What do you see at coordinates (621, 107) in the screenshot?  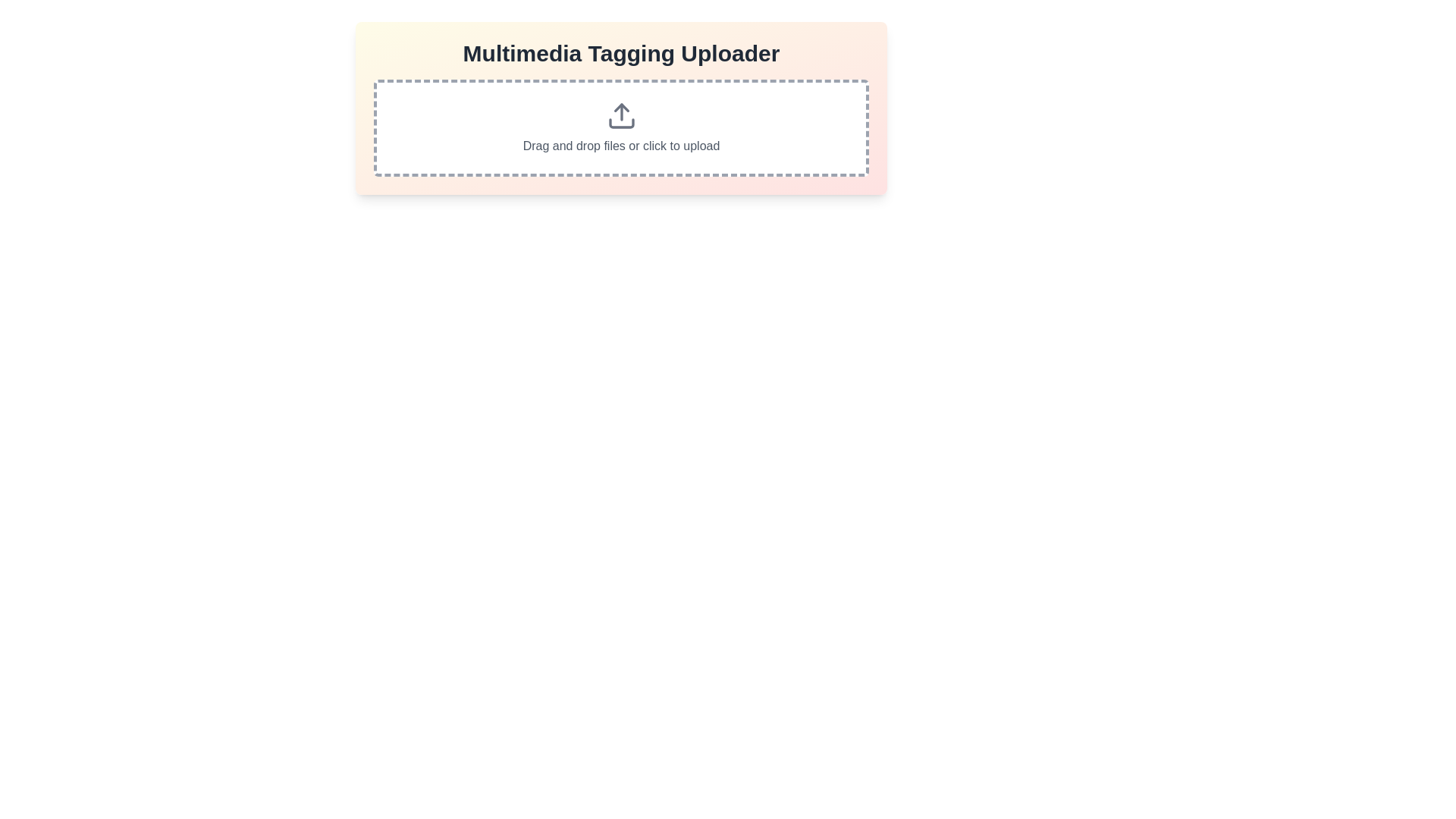 I see `files into the dashed rectangle area of the file upload component` at bounding box center [621, 107].